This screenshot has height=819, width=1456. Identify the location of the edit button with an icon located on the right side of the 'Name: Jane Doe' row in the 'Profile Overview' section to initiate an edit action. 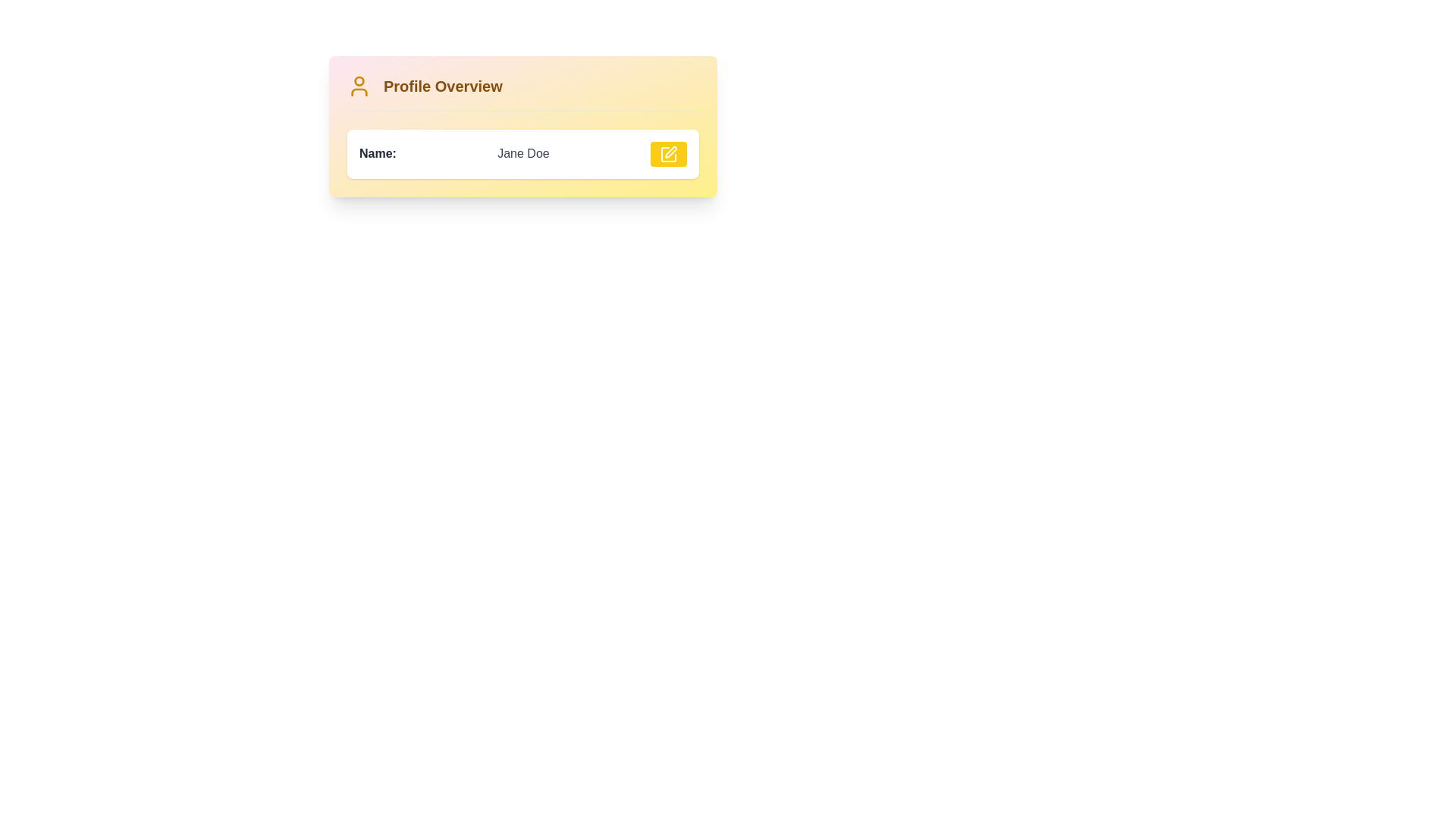
(668, 154).